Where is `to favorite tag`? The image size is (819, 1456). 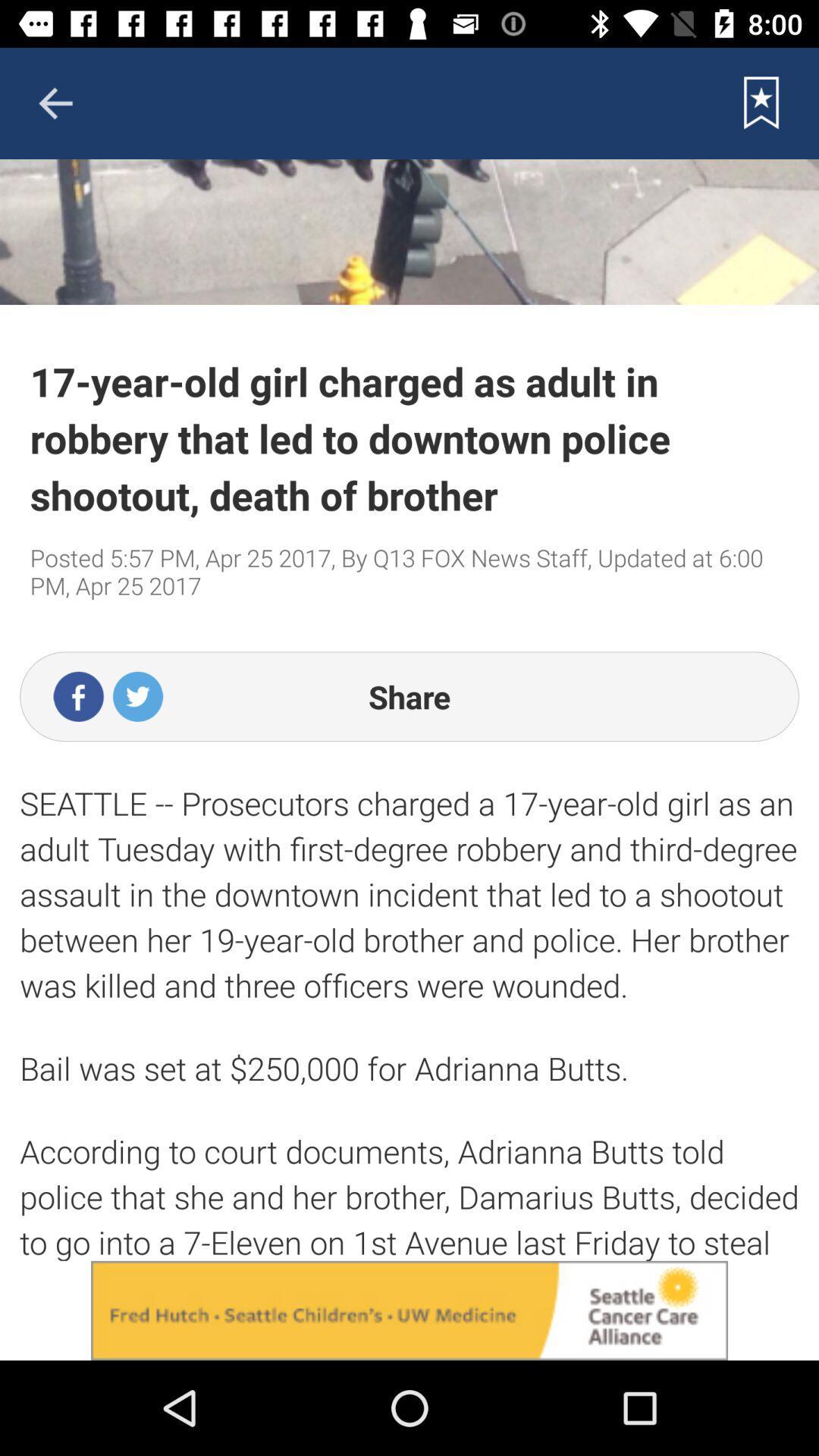 to favorite tag is located at coordinates (761, 102).